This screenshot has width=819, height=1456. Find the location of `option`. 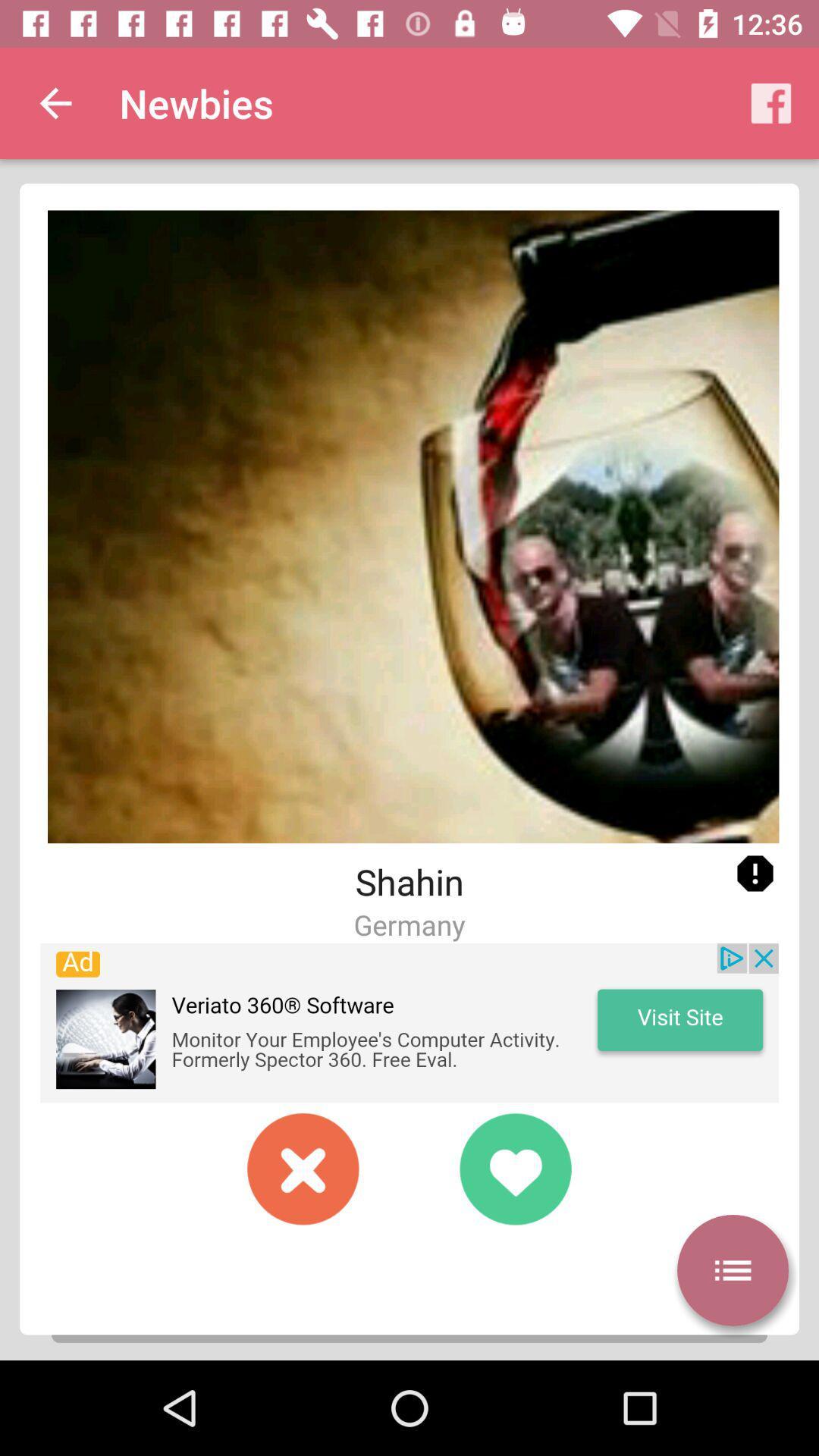

option is located at coordinates (732, 1270).